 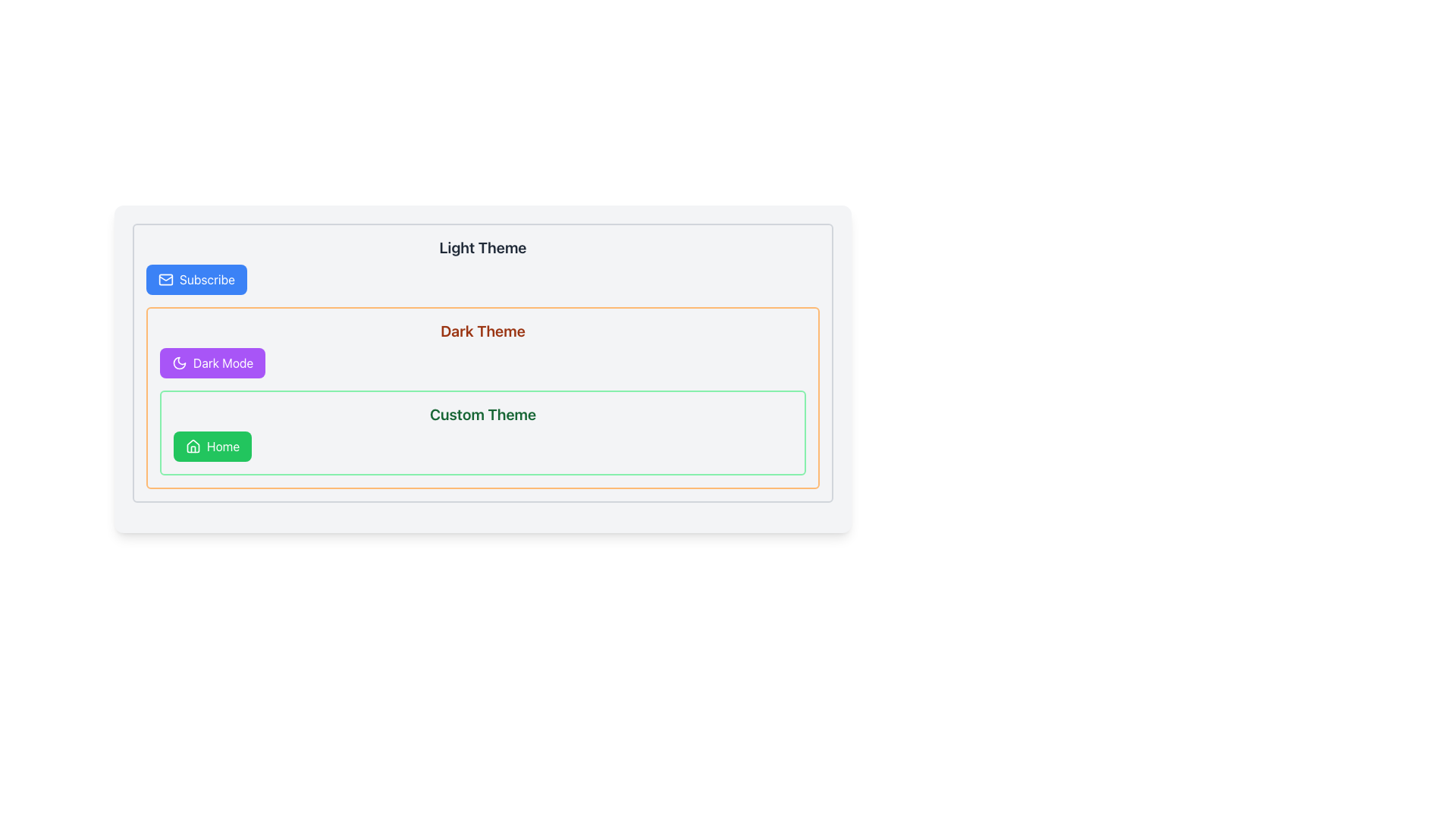 I want to click on the house-like icon with a green background, which is part of the 'Custom Theme' group and is styled as an SVG with the class 'lucide lucide-house', so click(x=192, y=444).